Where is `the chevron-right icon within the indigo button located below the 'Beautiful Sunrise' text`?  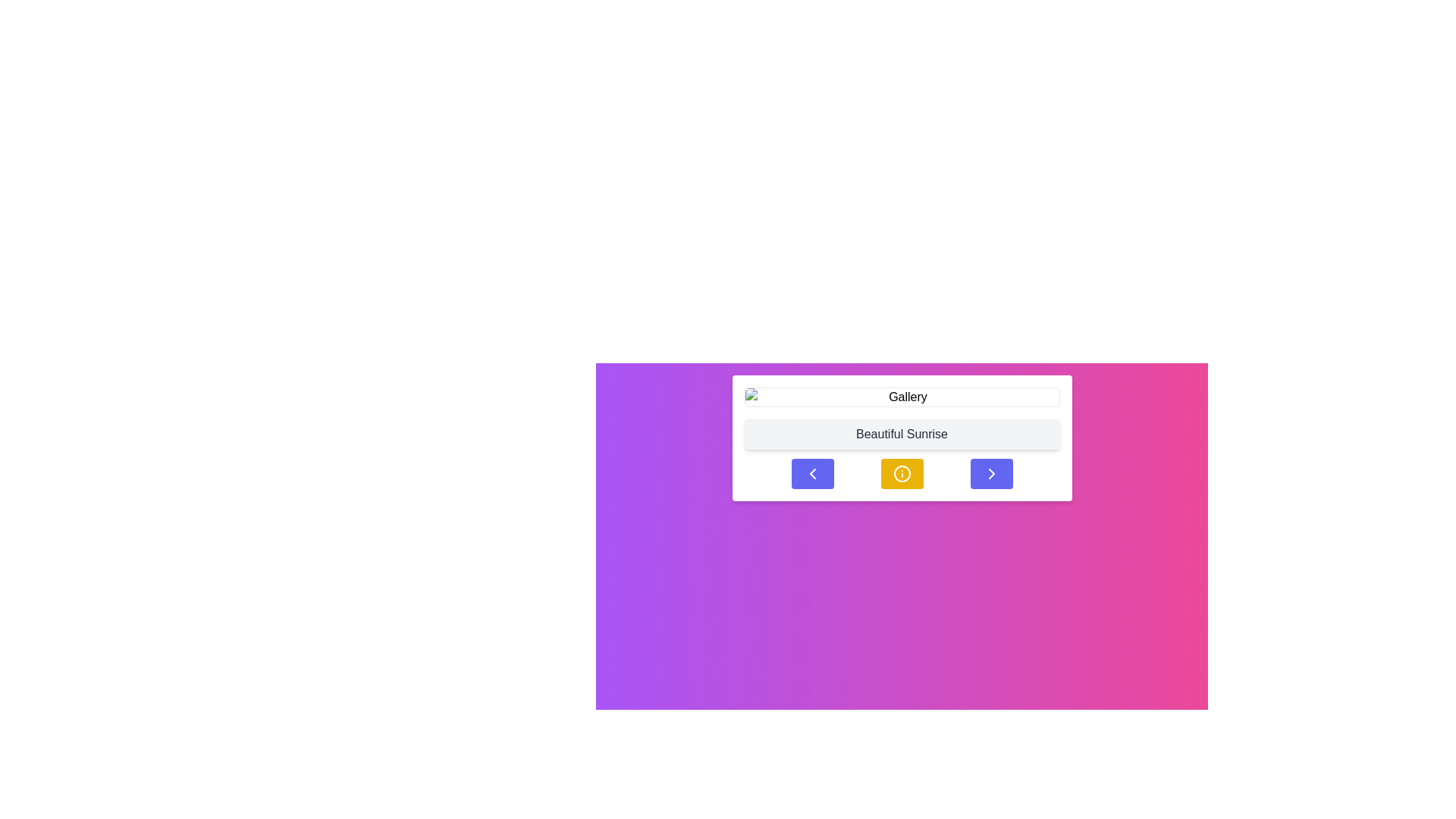 the chevron-right icon within the indigo button located below the 'Beautiful Sunrise' text is located at coordinates (991, 472).